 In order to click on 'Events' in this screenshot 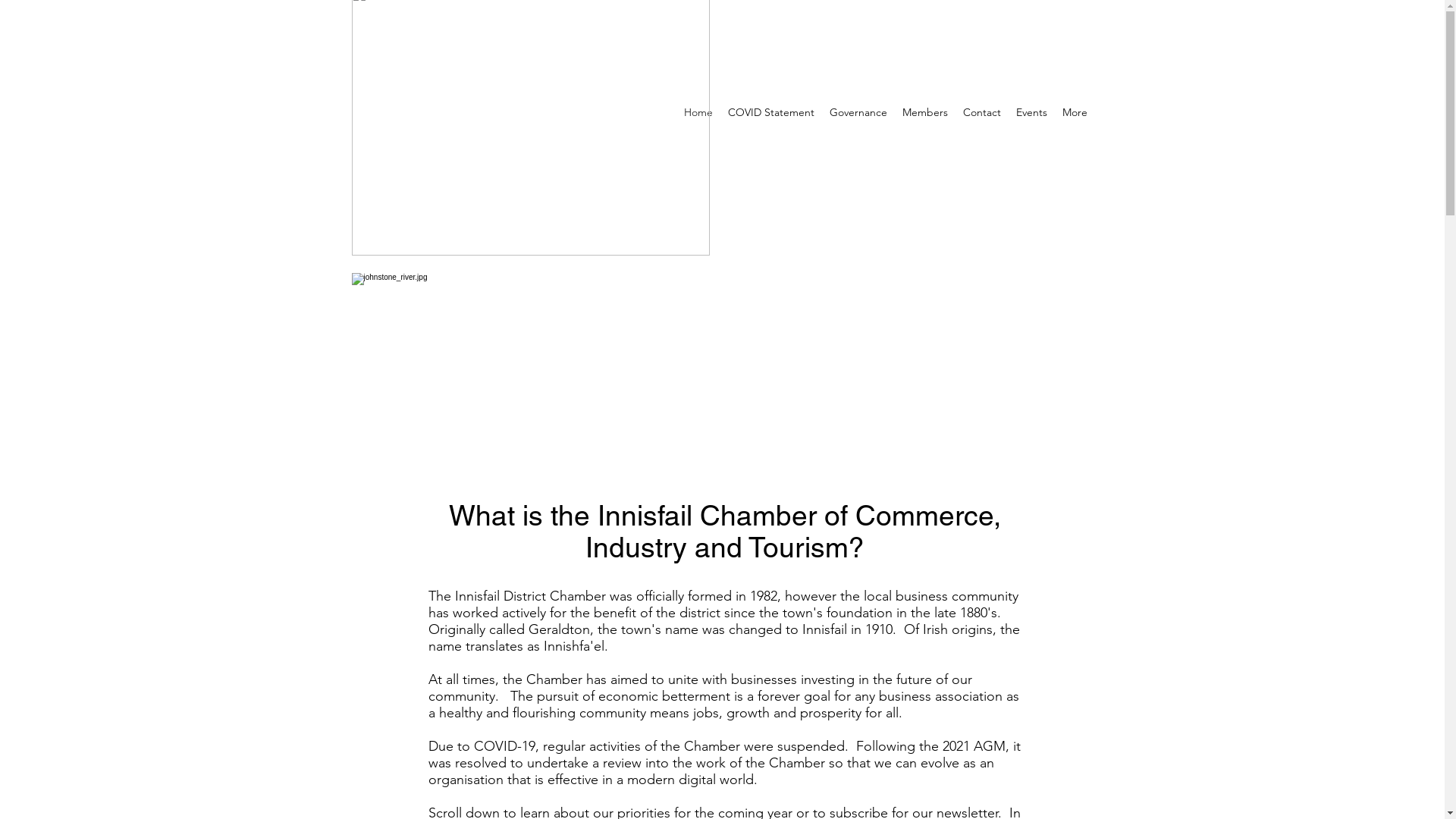, I will do `click(1031, 111)`.